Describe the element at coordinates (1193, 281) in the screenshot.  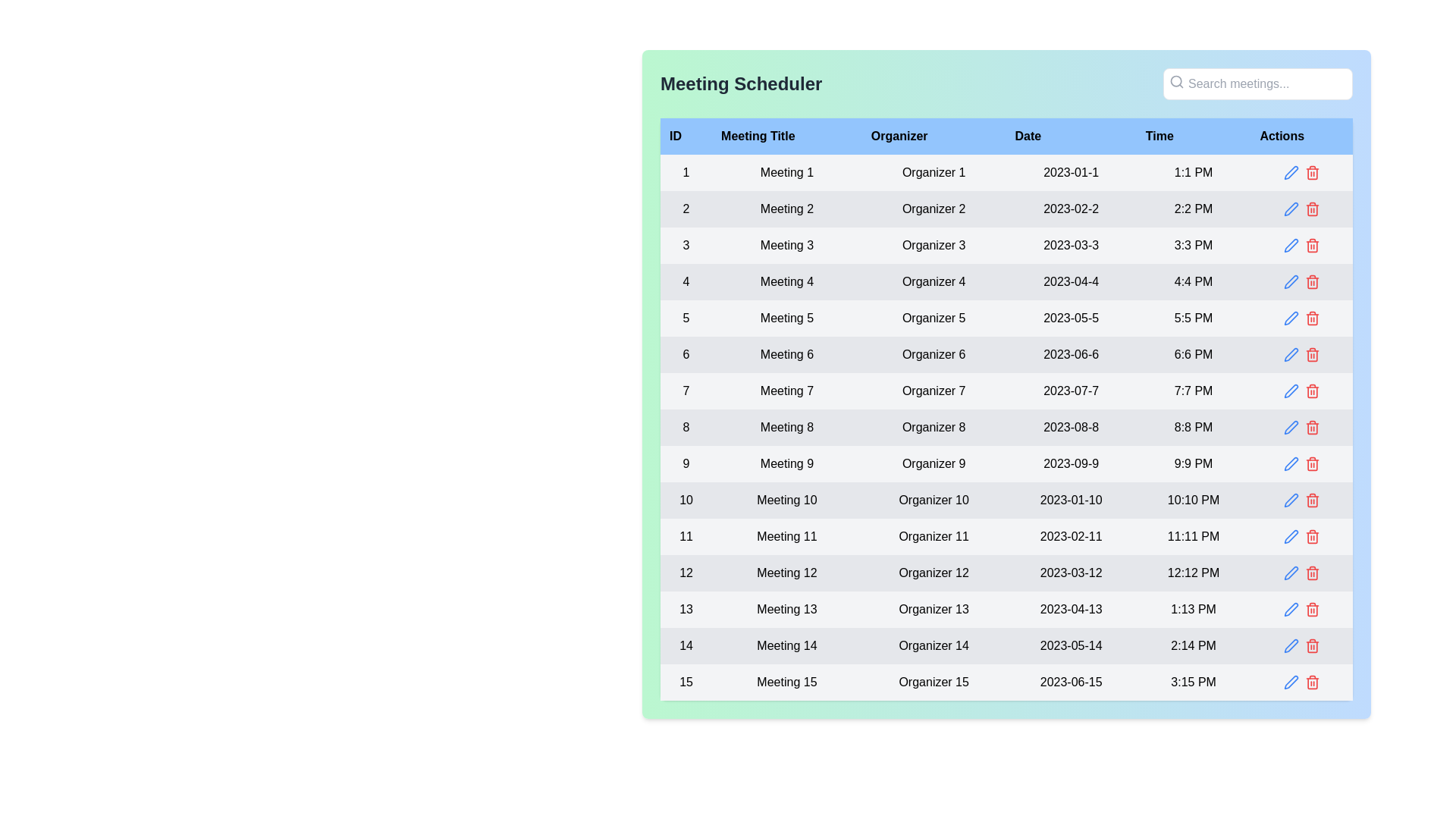
I see `the text display showing '4:4 PM' located in the 'Time' column under the row labeled 'Organizer 4' and '2023-04-4'` at that location.